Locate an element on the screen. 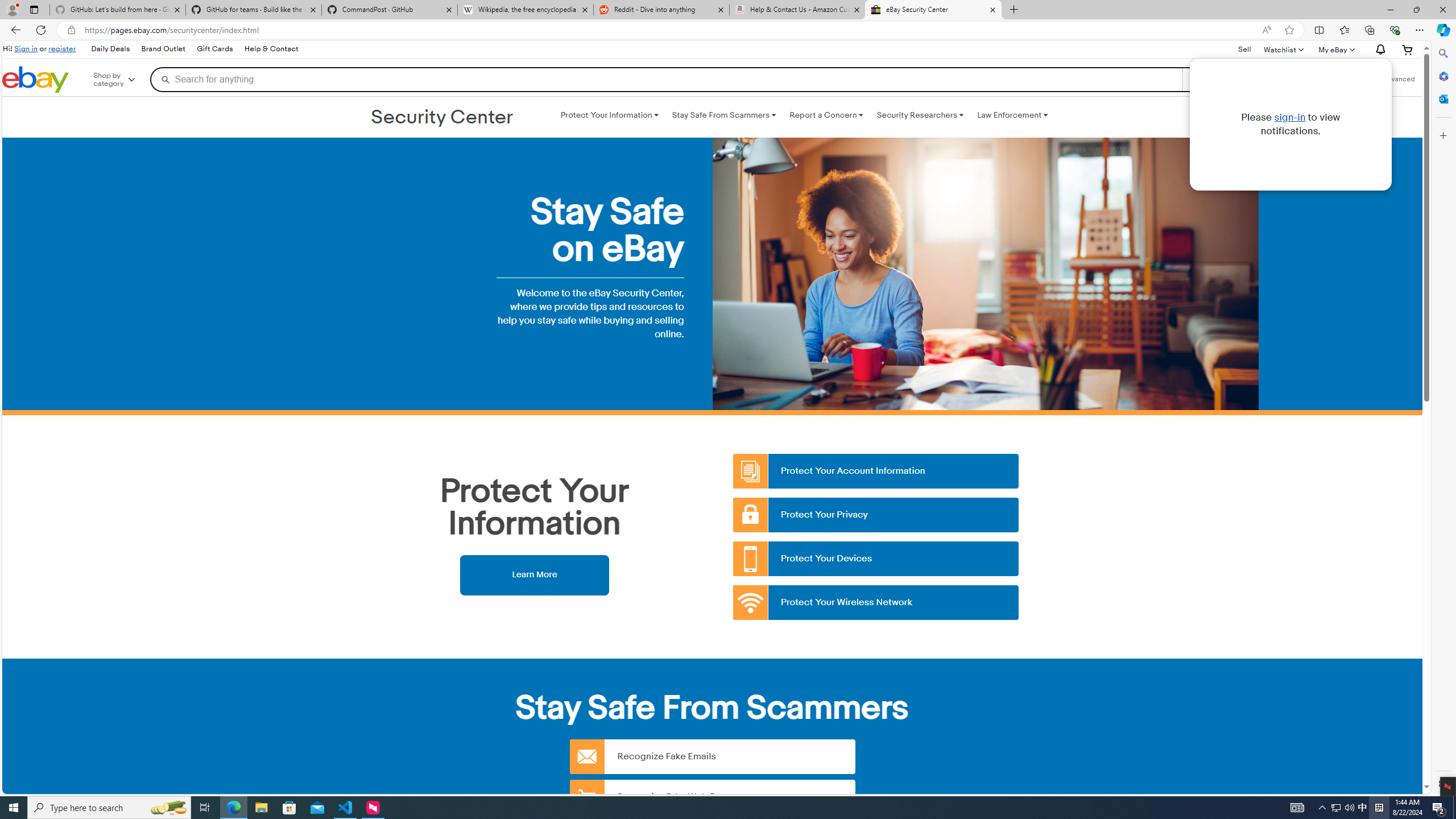 The image size is (1456, 819). 'Help & Contact Us - Amazon Customer Service - Sleeping' is located at coordinates (797, 9).